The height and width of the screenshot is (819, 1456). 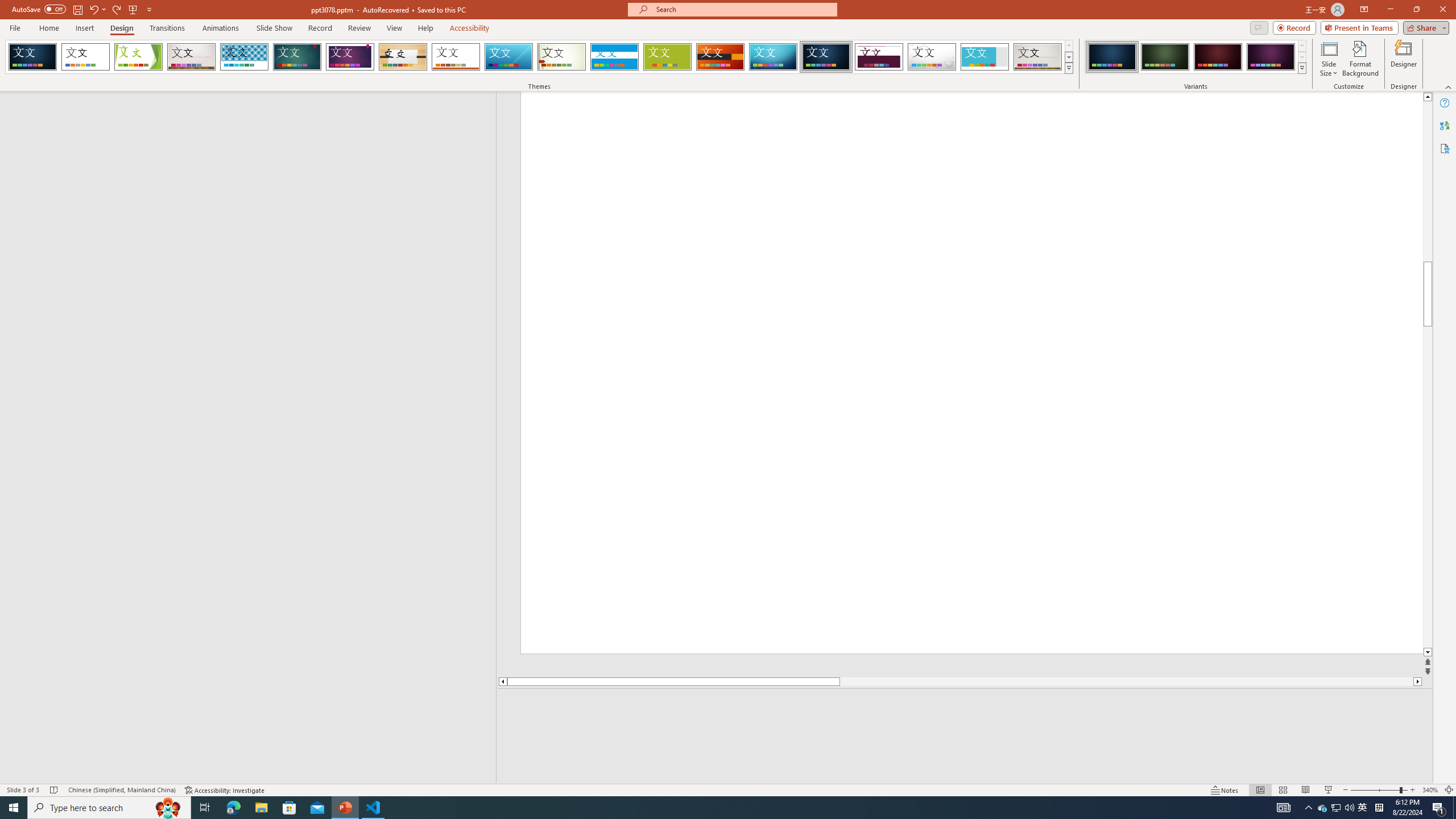 What do you see at coordinates (932, 56) in the screenshot?
I see `'Droplet'` at bounding box center [932, 56].